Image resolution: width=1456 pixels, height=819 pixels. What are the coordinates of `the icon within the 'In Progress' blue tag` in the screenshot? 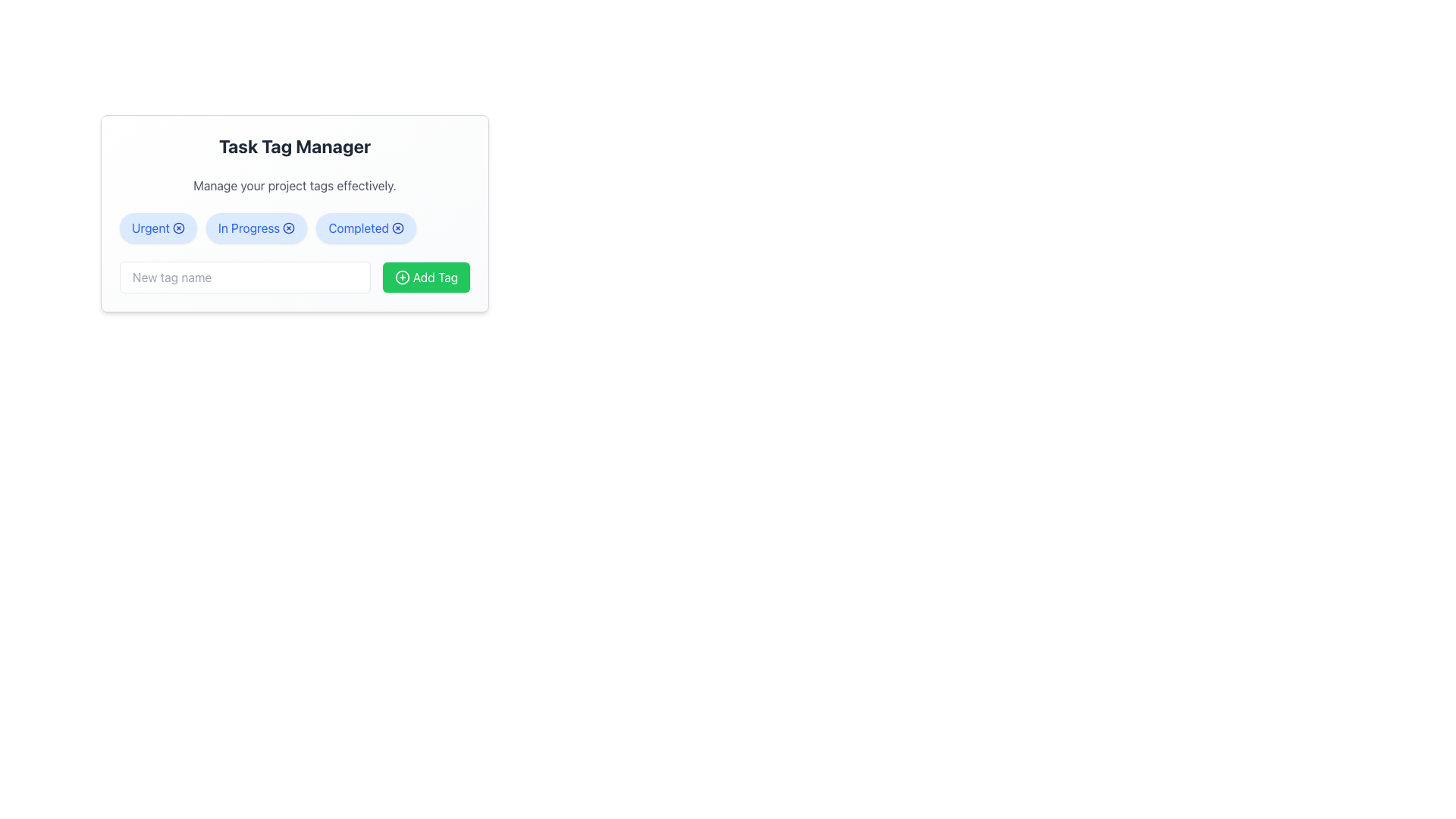 It's located at (289, 227).